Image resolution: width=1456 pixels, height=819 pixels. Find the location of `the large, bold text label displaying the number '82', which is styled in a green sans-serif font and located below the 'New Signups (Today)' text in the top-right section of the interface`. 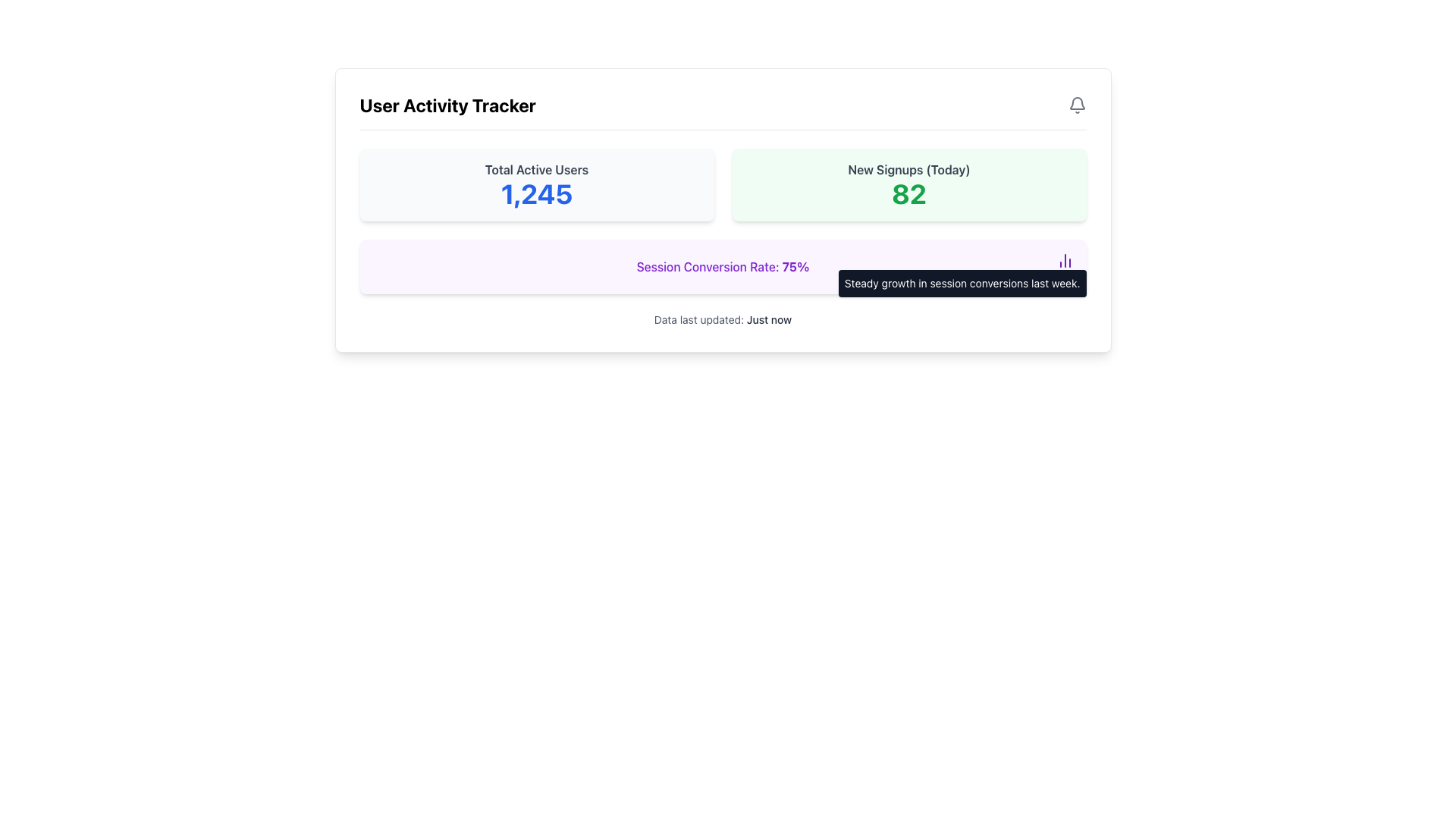

the large, bold text label displaying the number '82', which is styled in a green sans-serif font and located below the 'New Signups (Today)' text in the top-right section of the interface is located at coordinates (909, 193).